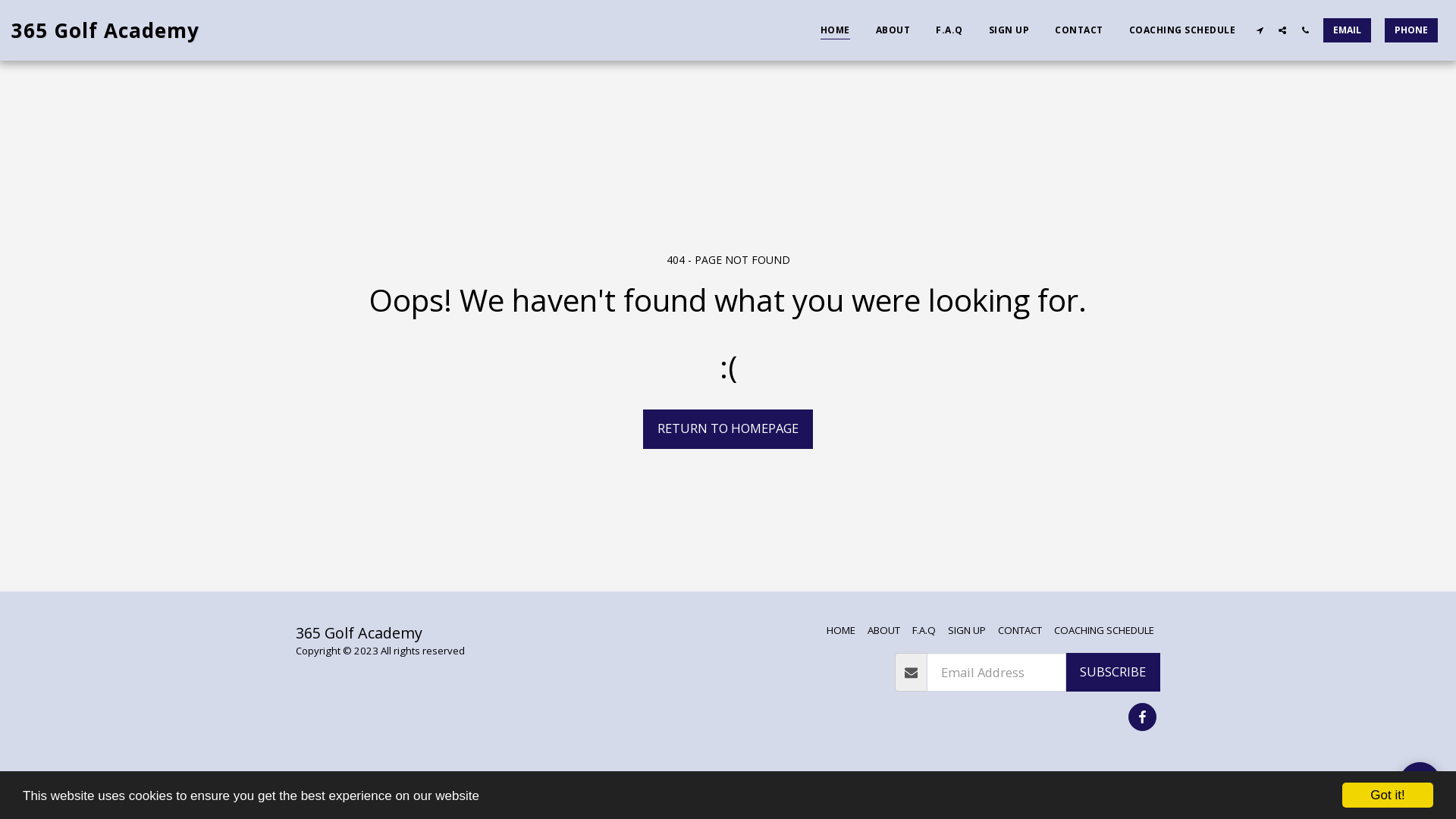 This screenshot has height=819, width=1456. Describe the element at coordinates (1347, 30) in the screenshot. I see `'EMAIL'` at that location.